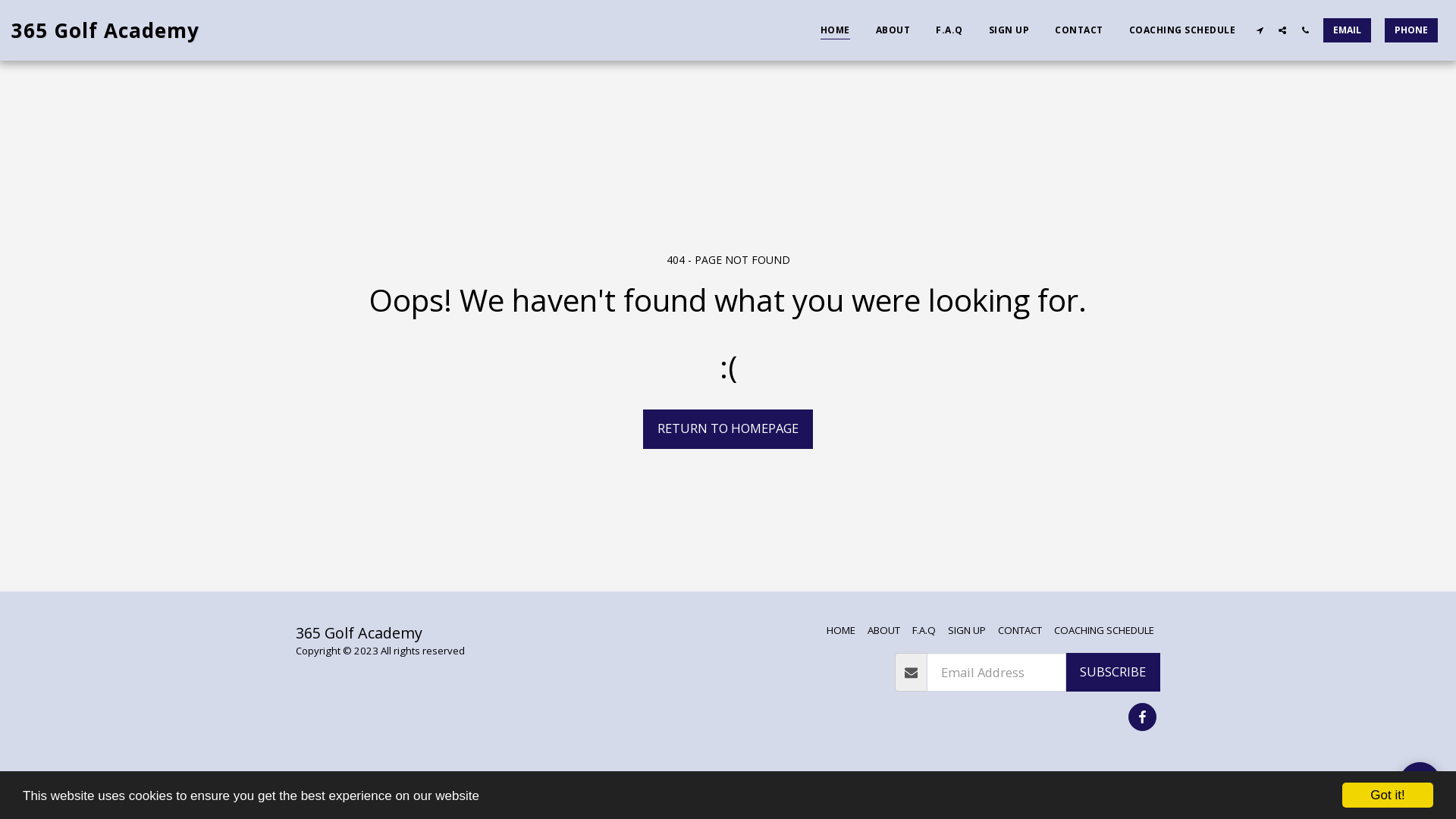 This screenshot has height=819, width=1456. Describe the element at coordinates (1347, 30) in the screenshot. I see `'EMAIL'` at that location.